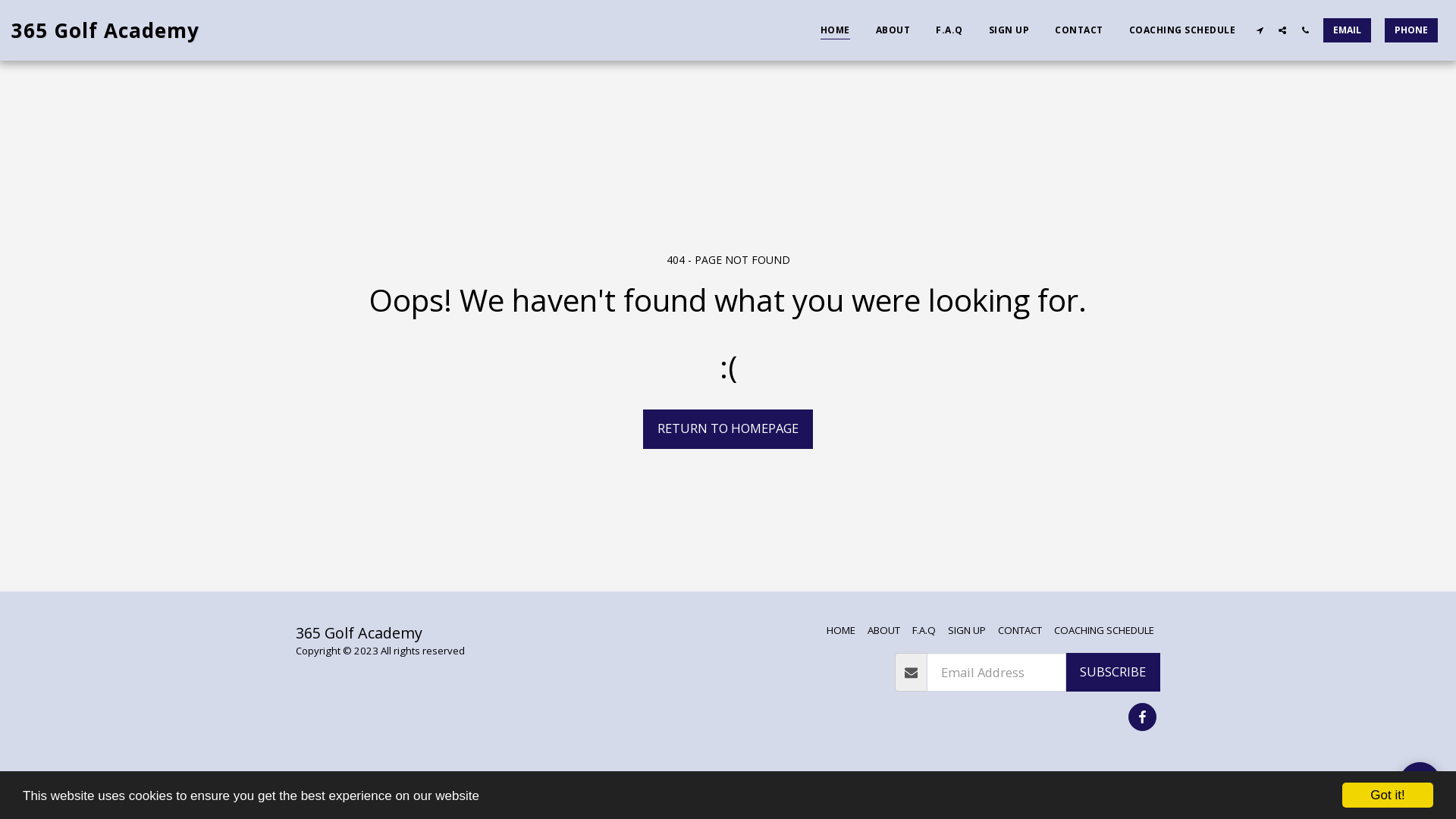 This screenshot has height=819, width=1456. Describe the element at coordinates (1347, 30) in the screenshot. I see `'EMAIL'` at that location.